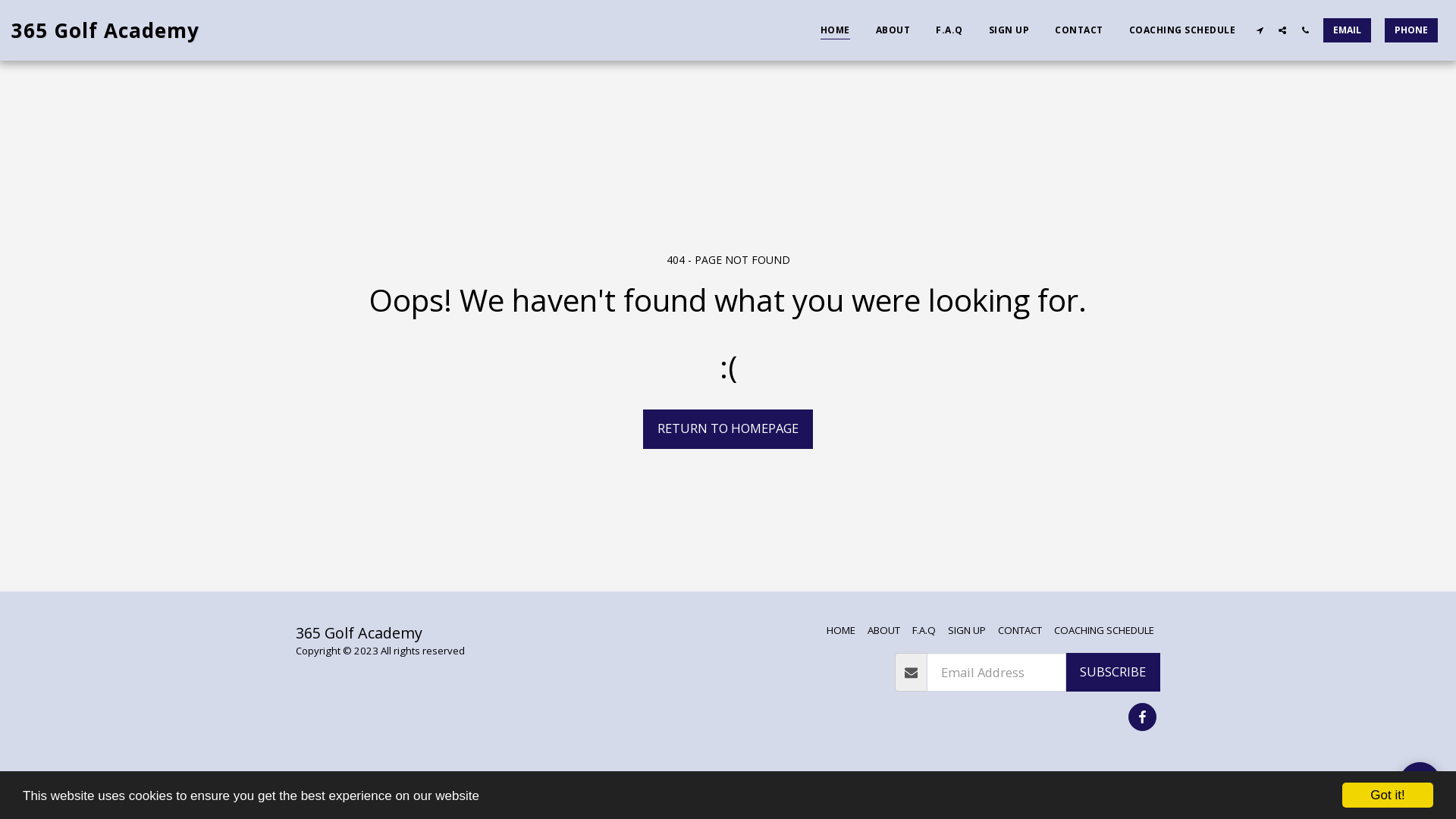 This screenshot has height=819, width=1456. Describe the element at coordinates (1347, 30) in the screenshot. I see `'EMAIL'` at that location.